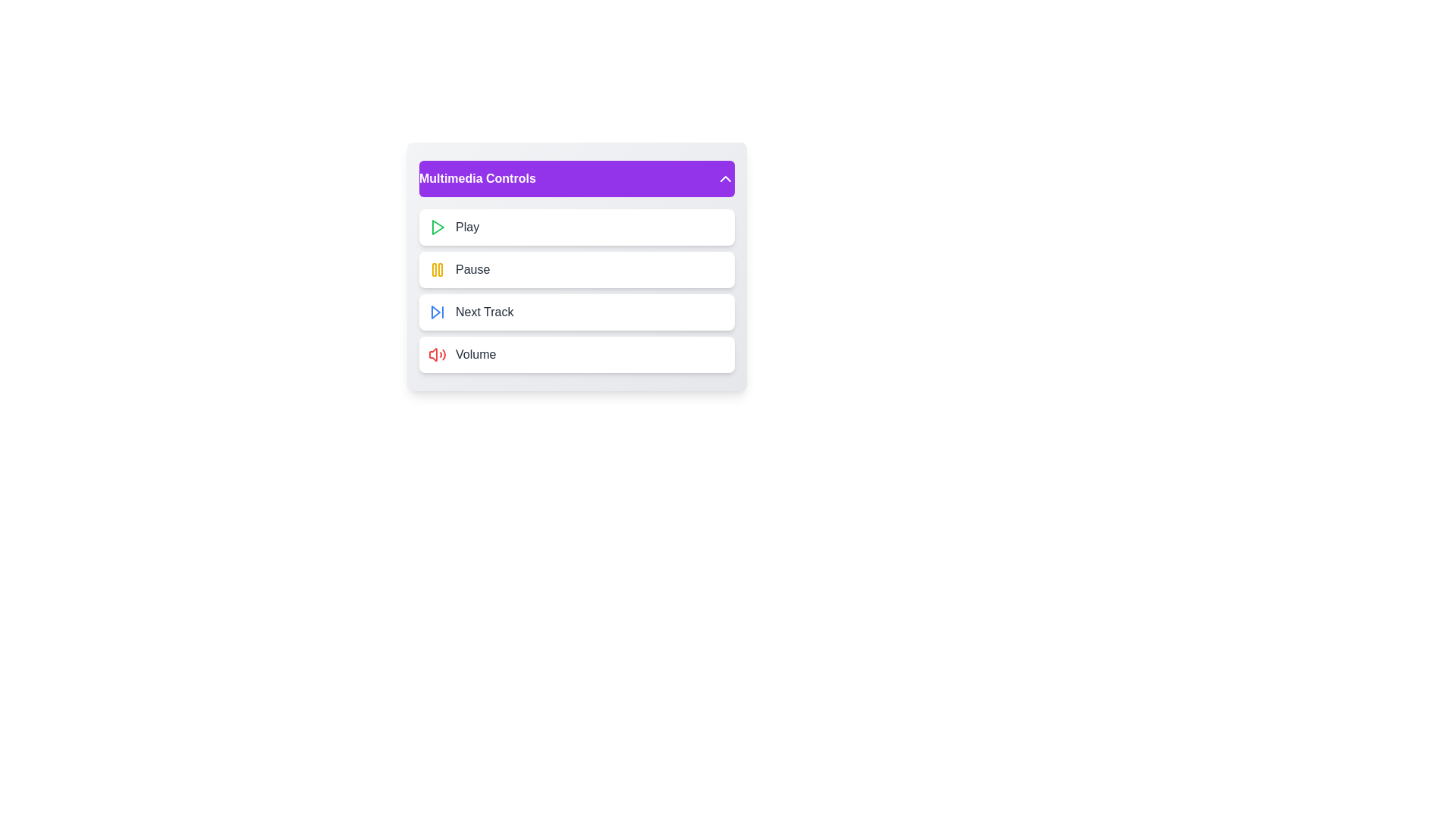 The width and height of the screenshot is (1456, 819). What do you see at coordinates (576, 312) in the screenshot?
I see `the 'Next Track' button in the Multimedia Controls section to change its background color indicating interactivity` at bounding box center [576, 312].